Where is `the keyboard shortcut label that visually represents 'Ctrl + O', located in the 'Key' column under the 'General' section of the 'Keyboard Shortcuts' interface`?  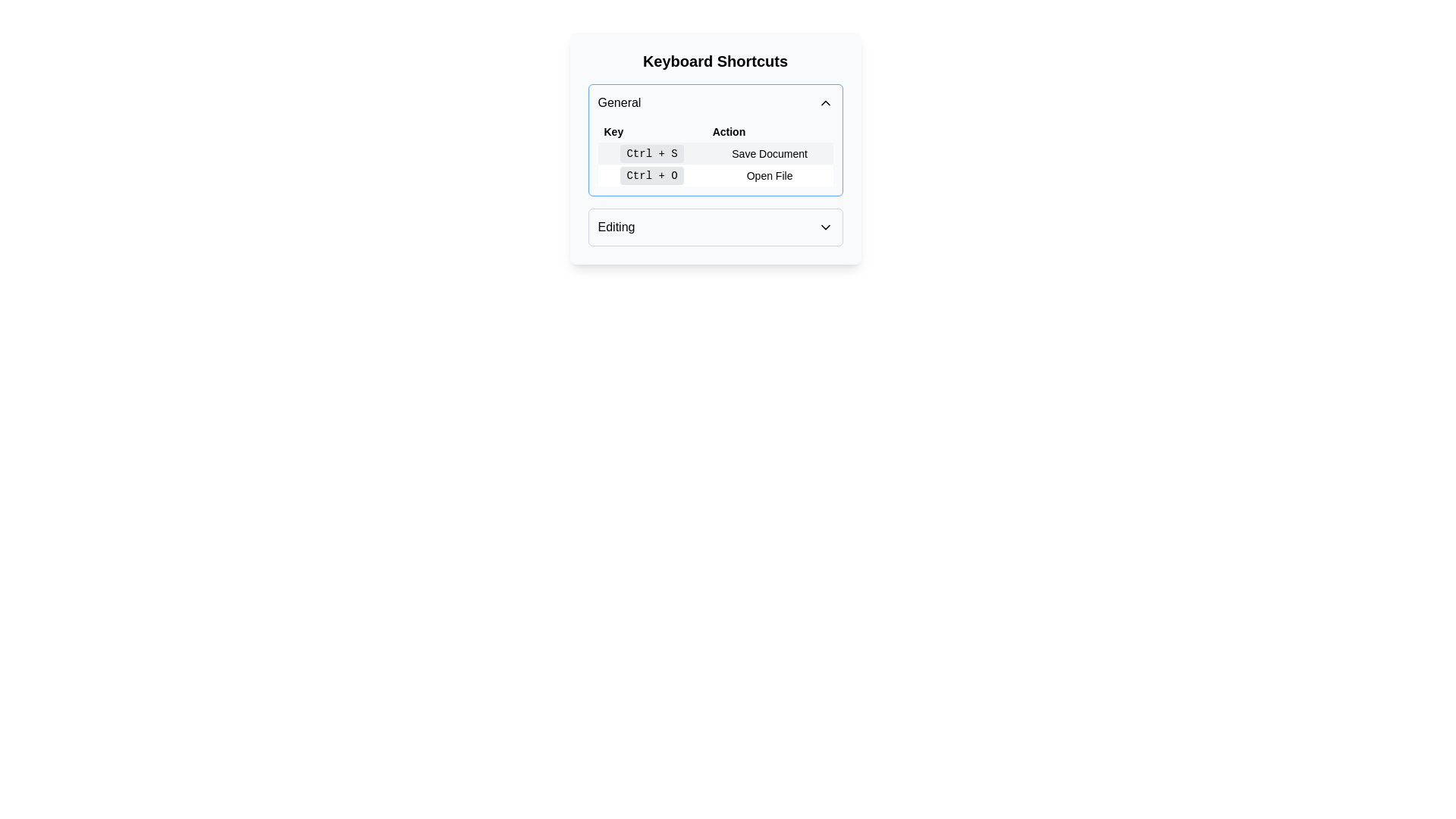
the keyboard shortcut label that visually represents 'Ctrl + O', located in the 'Key' column under the 'General' section of the 'Keyboard Shortcuts' interface is located at coordinates (652, 174).